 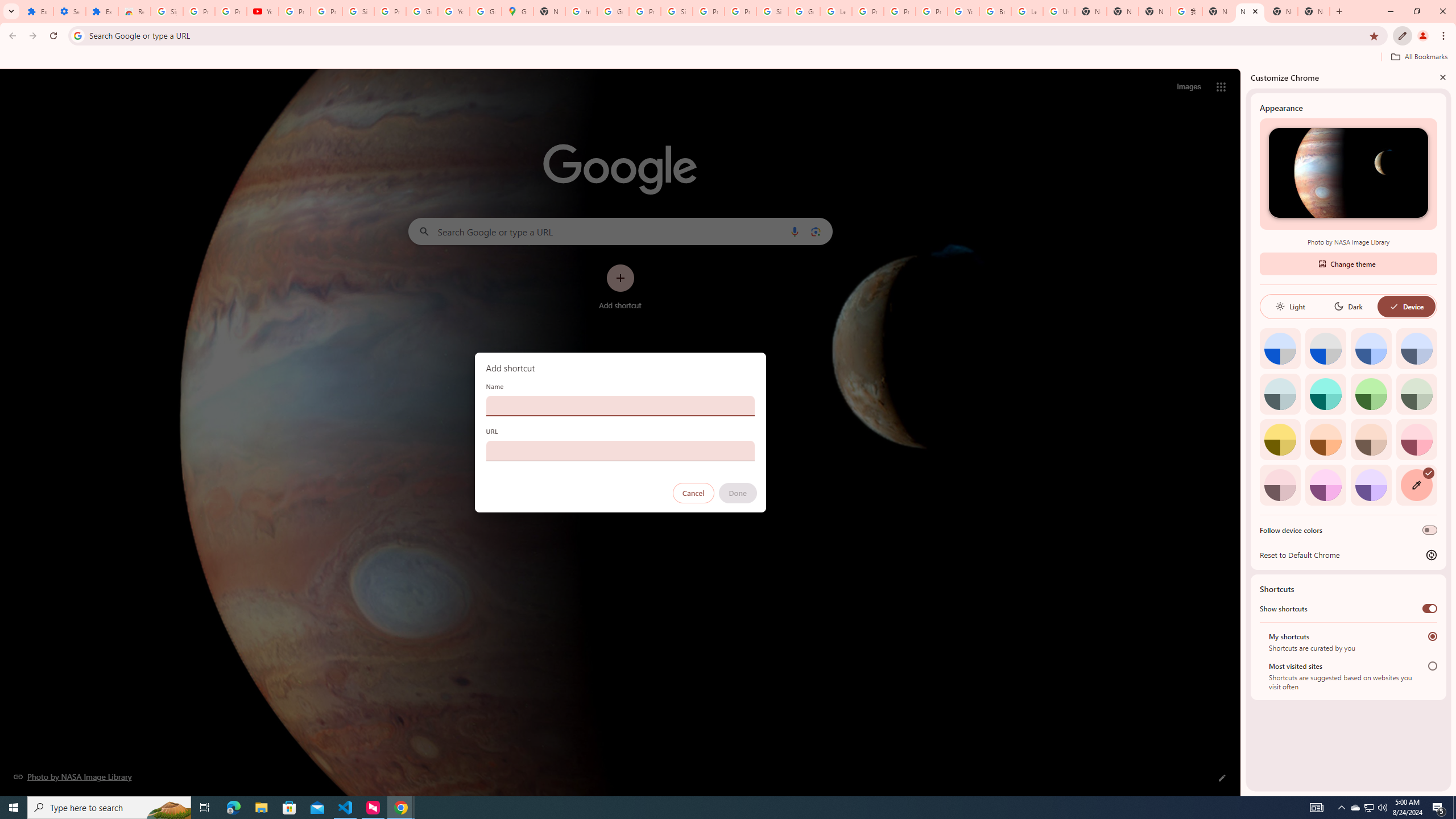 I want to click on 'My shortcuts', so click(x=1433, y=636).